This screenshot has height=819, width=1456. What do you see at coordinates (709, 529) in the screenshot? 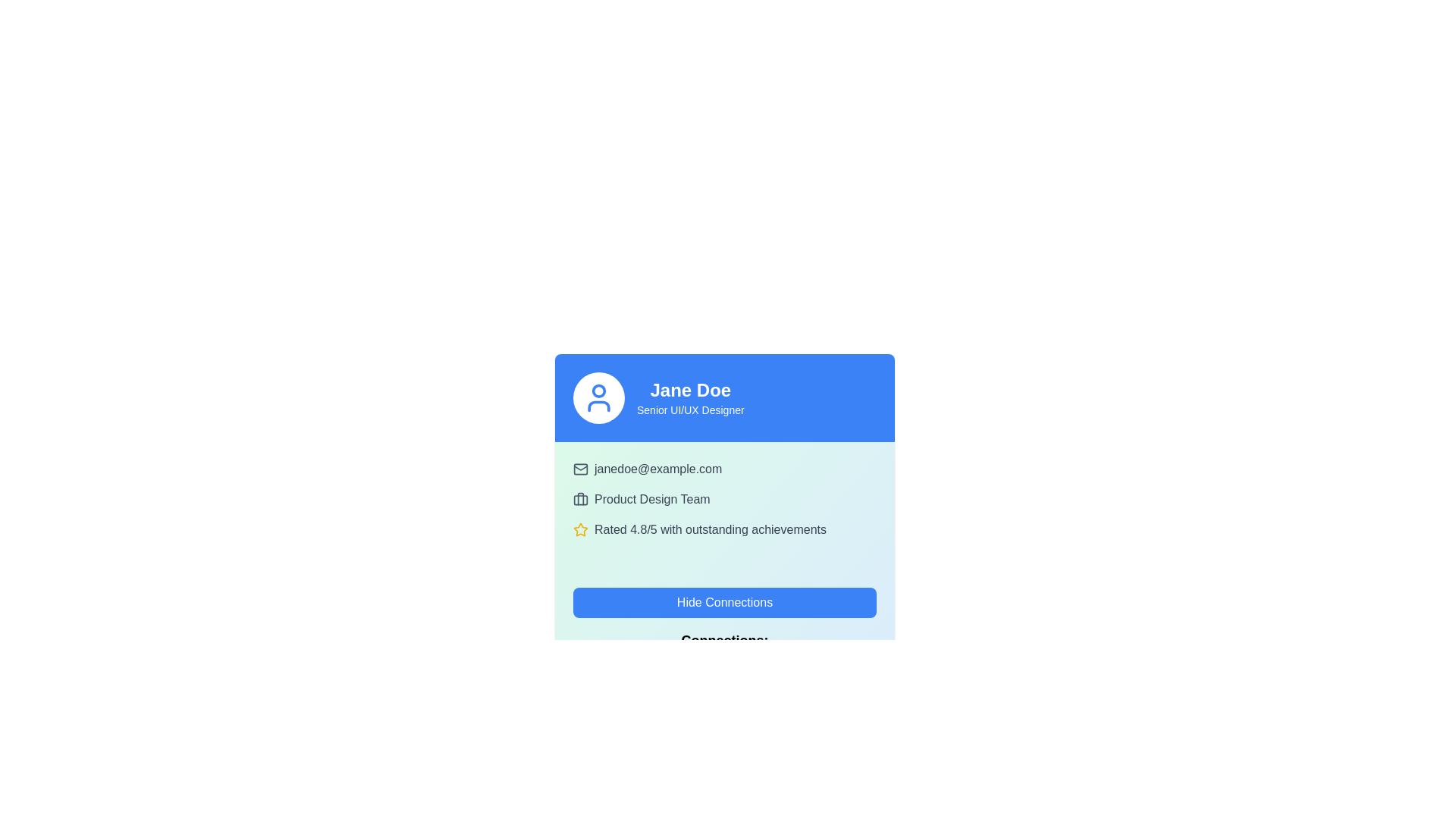
I see `text label that displays 'Rated 4.8/5 with outstanding achievements', which is styled in medium gray and located next to a yellow star icon, within the profile card layout` at bounding box center [709, 529].